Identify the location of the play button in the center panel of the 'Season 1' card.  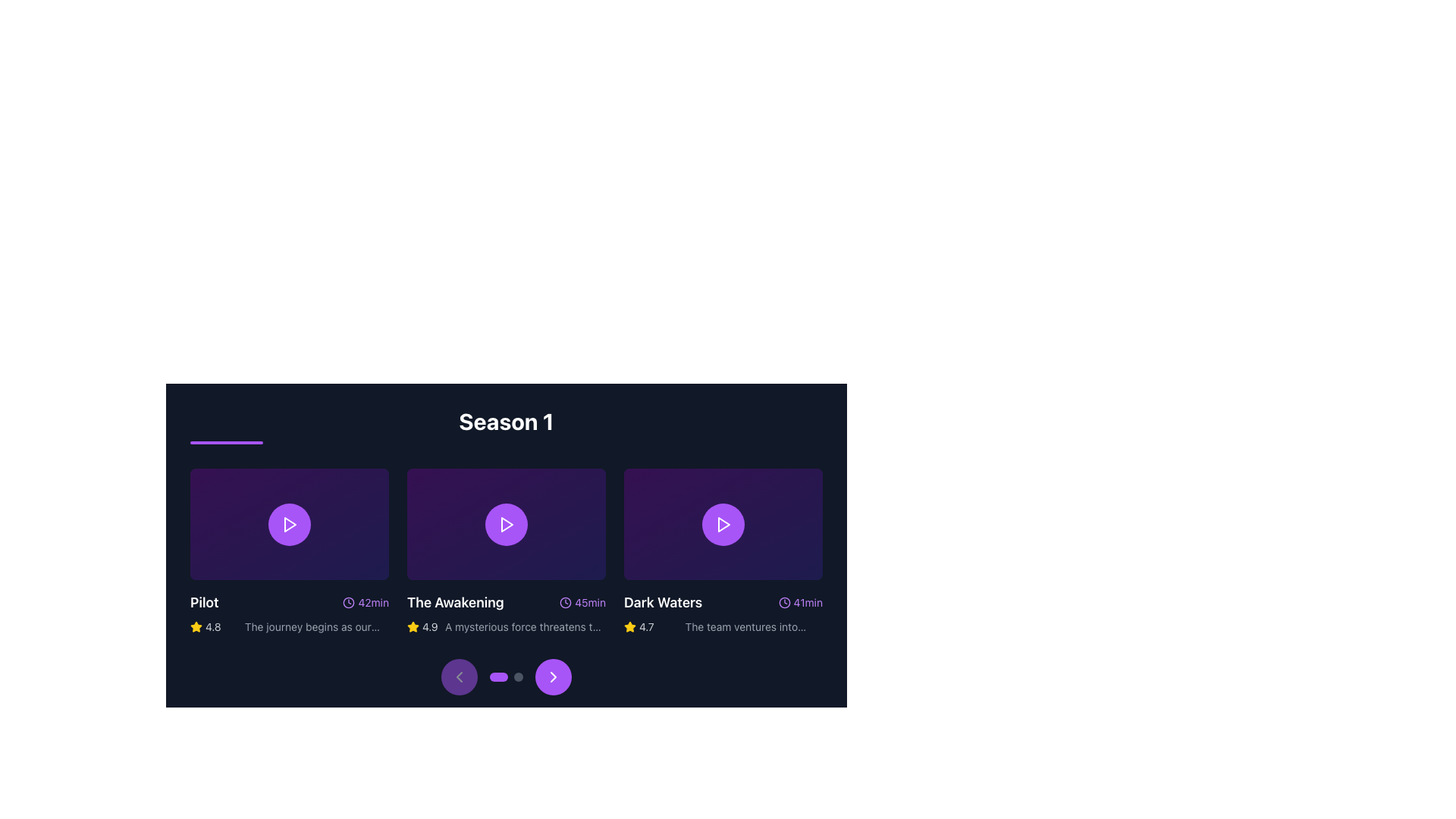
(506, 551).